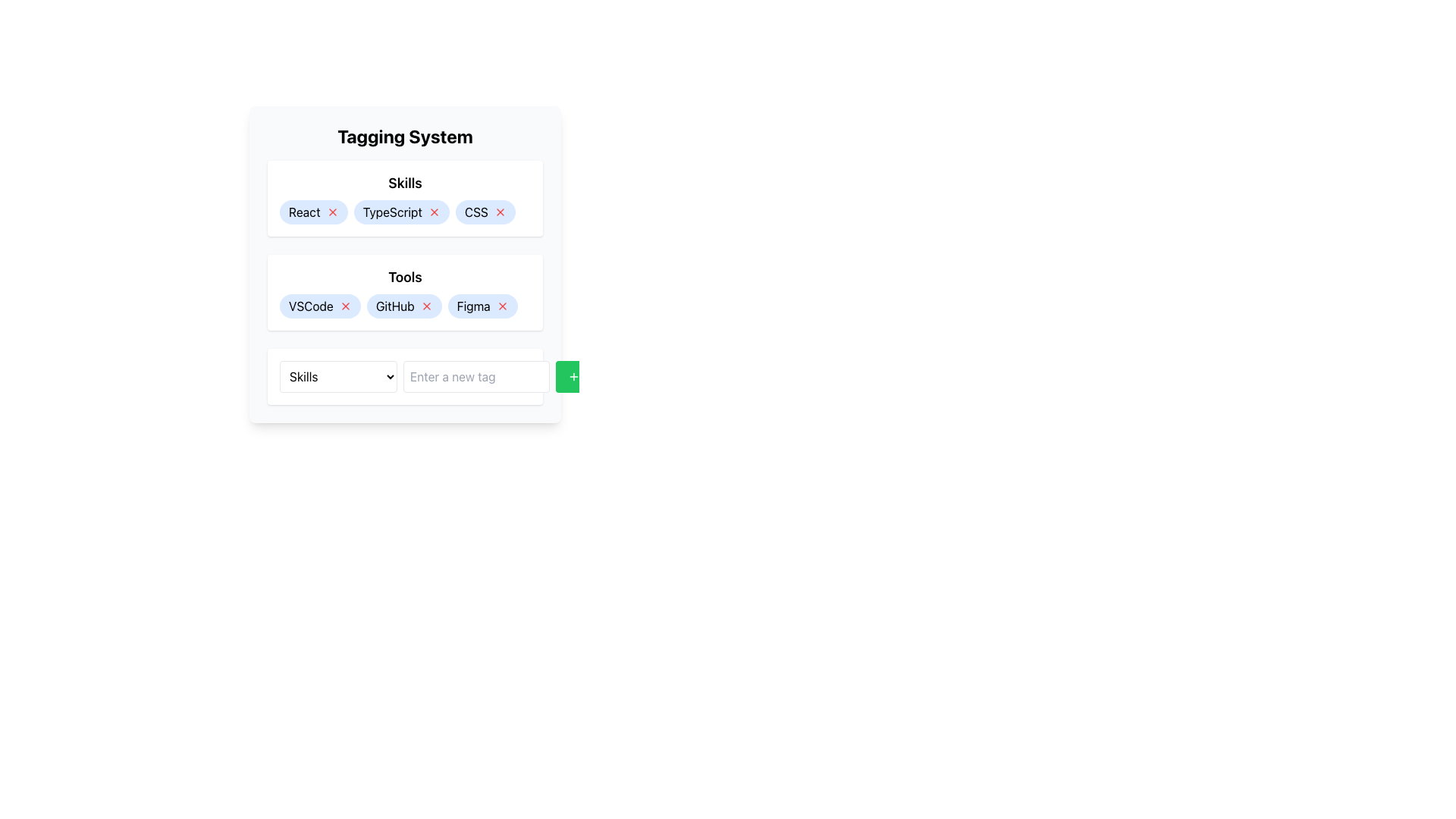  What do you see at coordinates (425, 306) in the screenshot?
I see `the red 'X' icon on the Close button` at bounding box center [425, 306].